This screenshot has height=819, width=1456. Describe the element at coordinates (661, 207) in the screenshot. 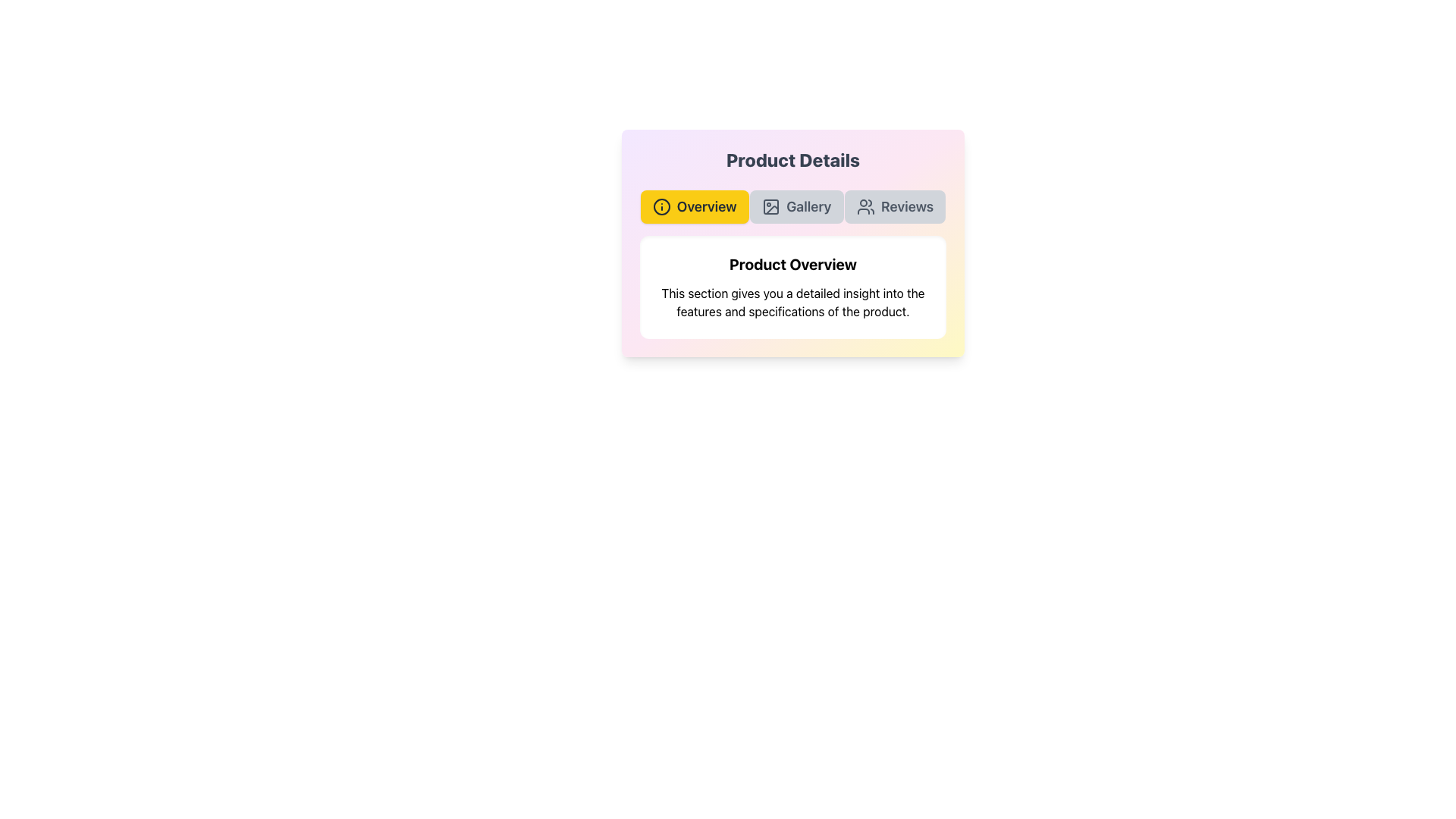

I see `the 'Overview' button which contains the icon on its left side, enhancing recognition of its purpose` at that location.